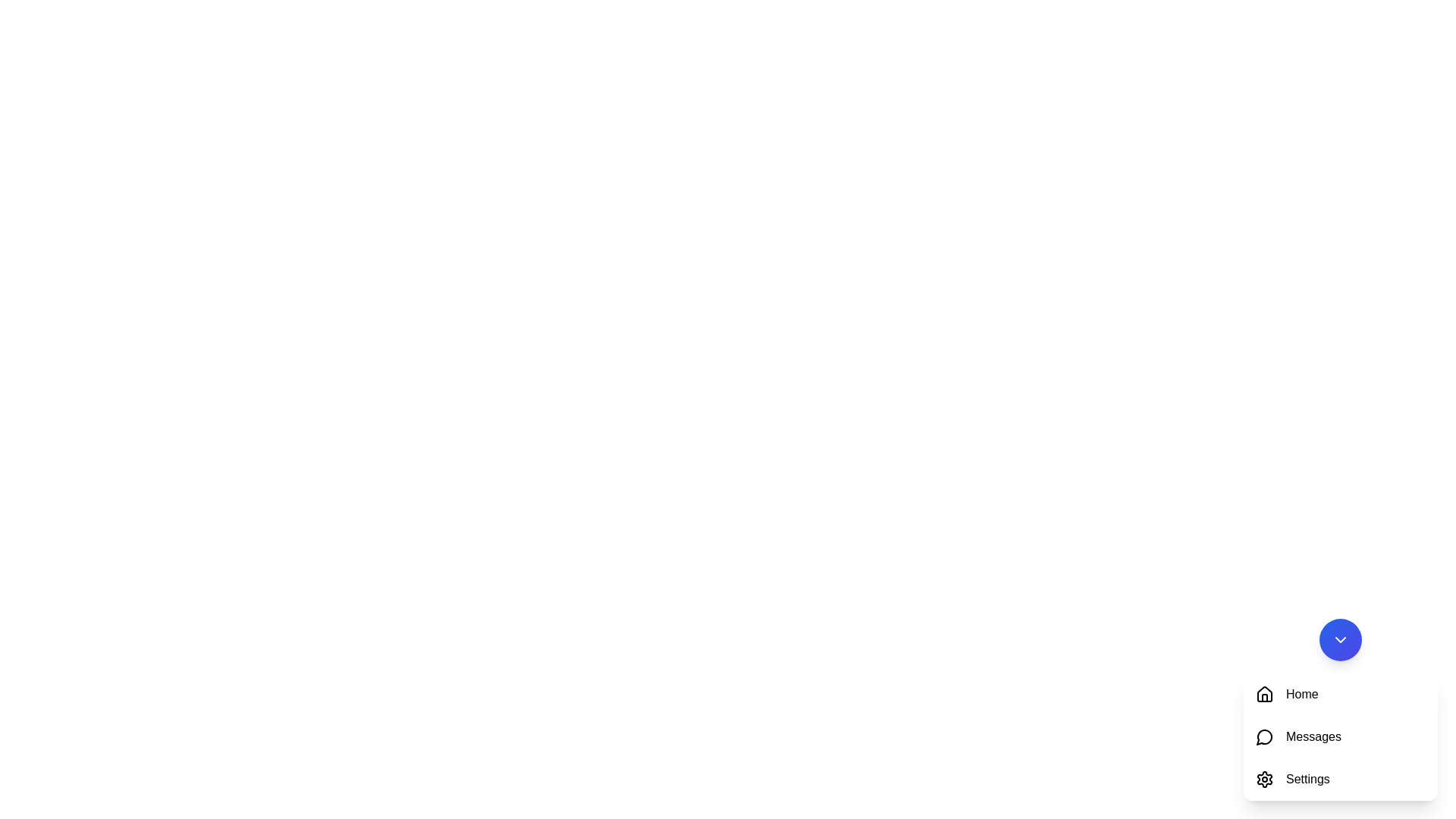 The height and width of the screenshot is (819, 1456). Describe the element at coordinates (1264, 736) in the screenshot. I see `the 'Messages' icon, which is the second icon in the vertical navigation menu` at that location.